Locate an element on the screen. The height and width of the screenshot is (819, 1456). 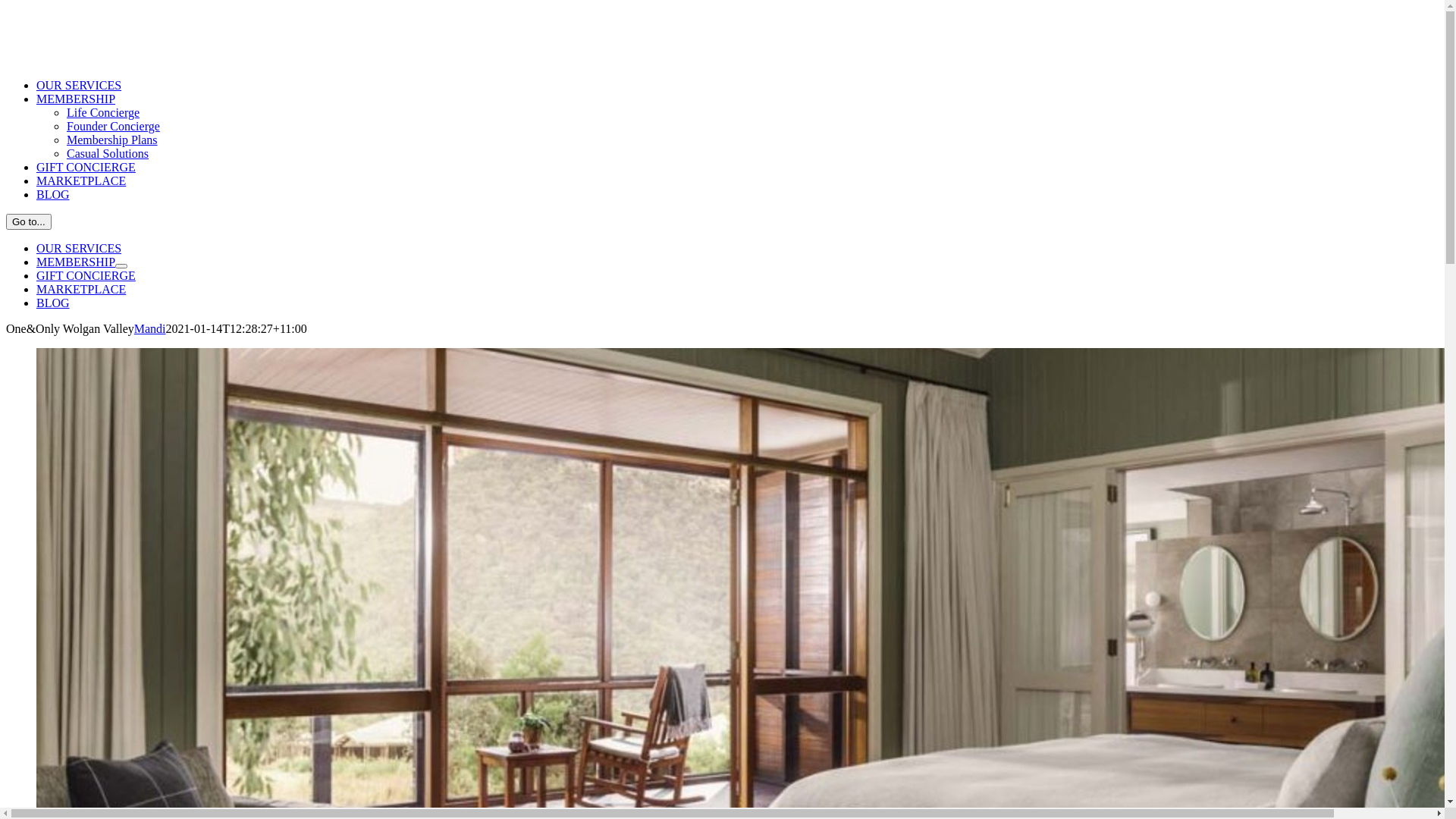
'Go to...' is located at coordinates (29, 221).